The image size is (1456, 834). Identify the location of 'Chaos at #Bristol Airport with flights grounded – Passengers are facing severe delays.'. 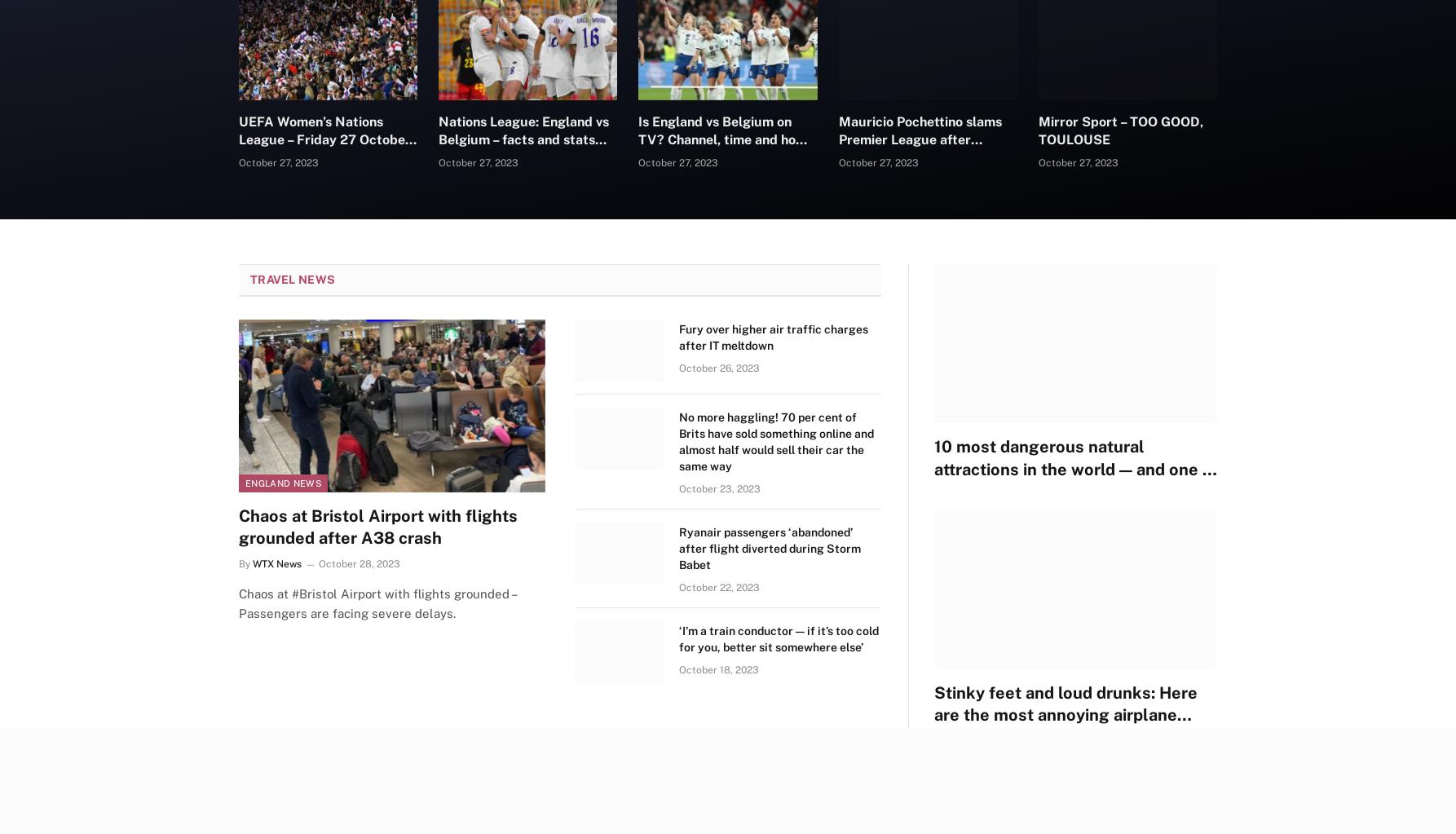
(376, 602).